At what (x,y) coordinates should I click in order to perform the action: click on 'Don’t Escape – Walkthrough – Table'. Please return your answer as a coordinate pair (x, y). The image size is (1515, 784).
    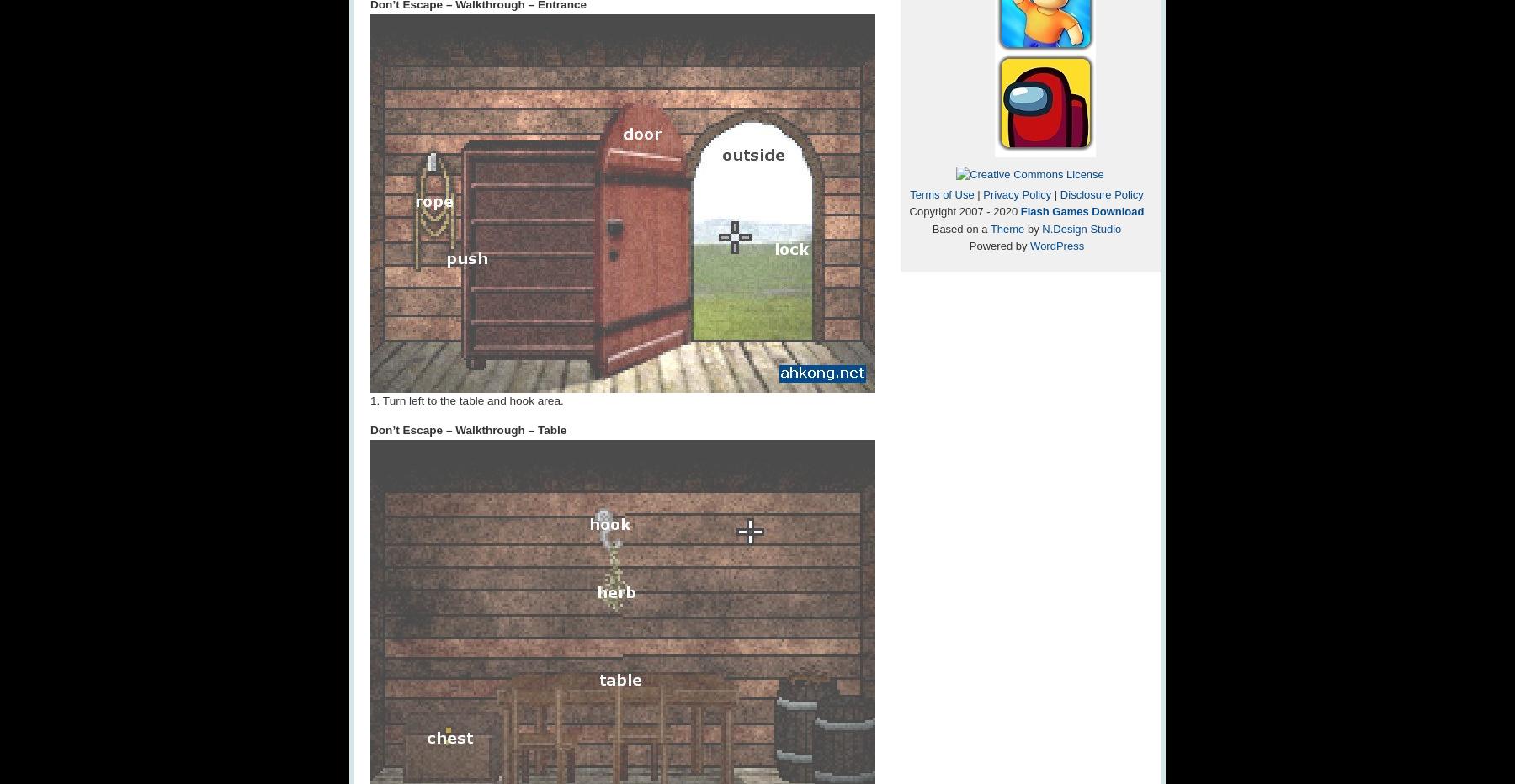
    Looking at the image, I should click on (467, 429).